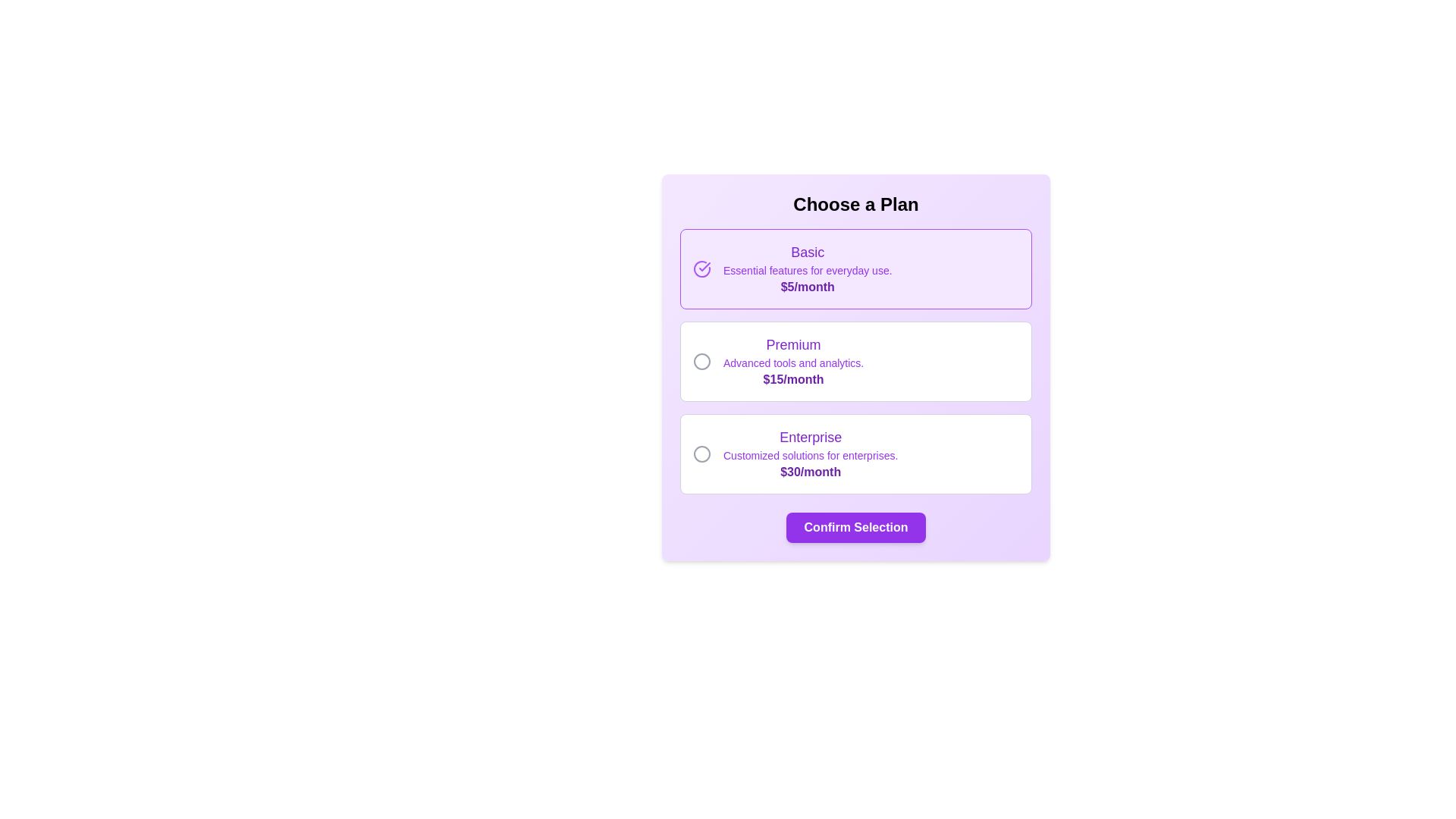  What do you see at coordinates (855, 268) in the screenshot?
I see `the first pricing option labeled 'Basic' with a soft purple background and a checkmark icon` at bounding box center [855, 268].